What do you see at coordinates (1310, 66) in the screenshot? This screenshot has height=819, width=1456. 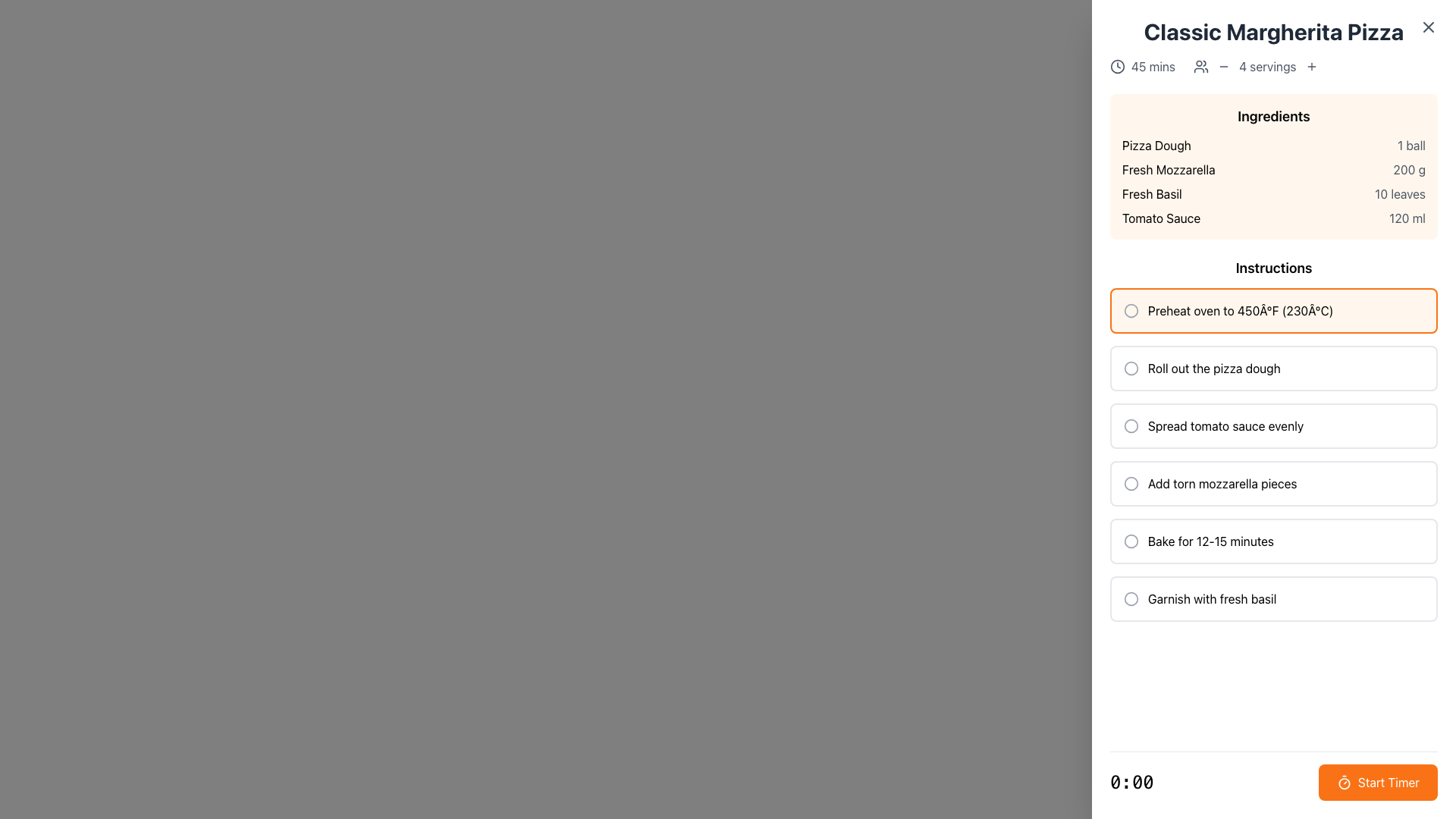 I see `the circular button with a plus icon located in the top-right corner of the serving size section, next to the text '4 servings'` at bounding box center [1310, 66].